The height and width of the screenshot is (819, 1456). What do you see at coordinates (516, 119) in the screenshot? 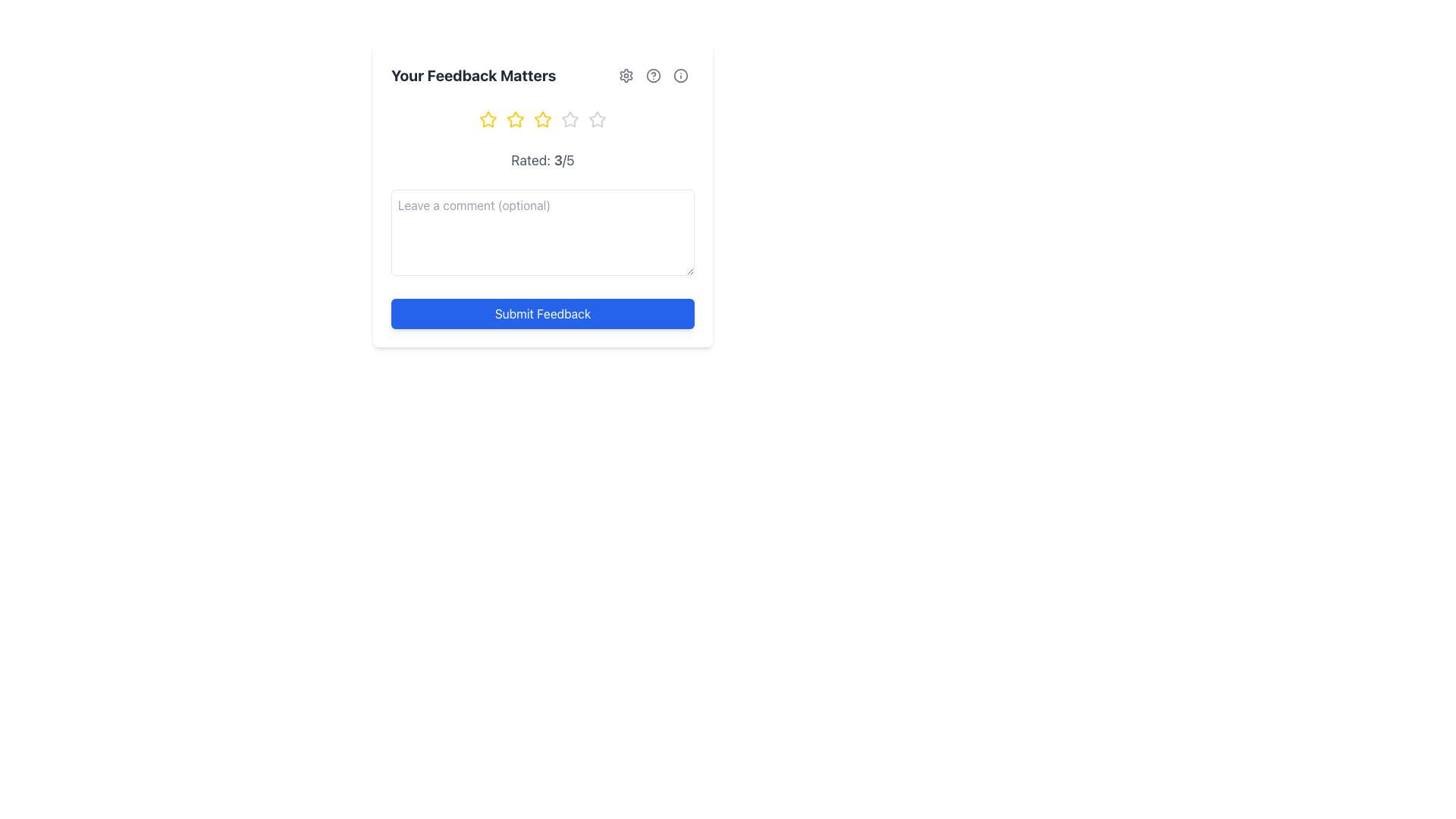
I see `the second Rating Star Icon, which has a yellow outline and is part of a rating component` at bounding box center [516, 119].